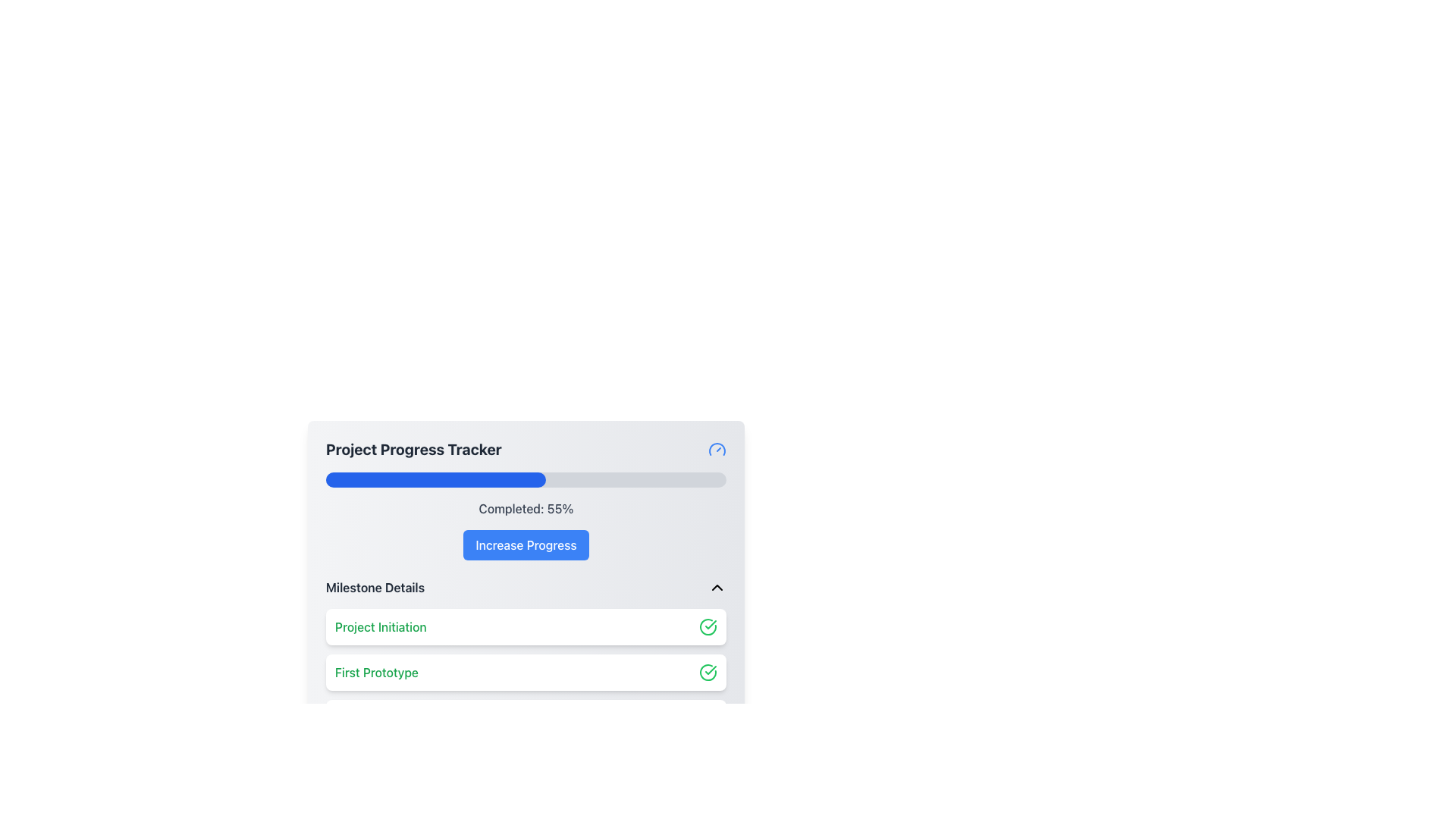 This screenshot has width=1456, height=819. What do you see at coordinates (375, 587) in the screenshot?
I see `the text label that reads 'Milestone Details', which is styled in bold and dark gray, positioned beneath 'Project Progress Tracker'` at bounding box center [375, 587].